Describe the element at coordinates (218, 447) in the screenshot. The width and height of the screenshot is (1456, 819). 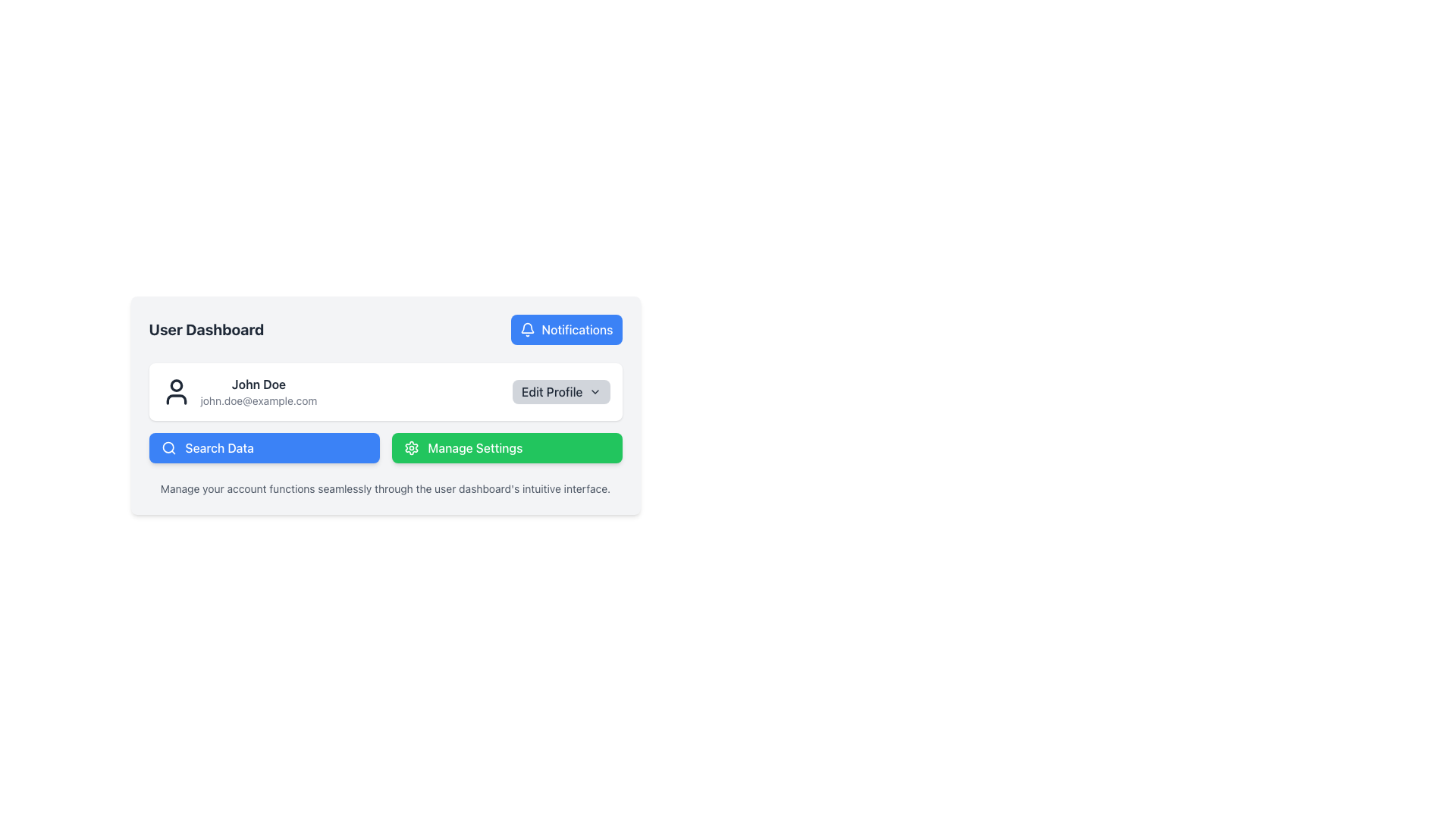
I see `the 'Search Data' text label on the blue button which displays a search icon to its left` at that location.